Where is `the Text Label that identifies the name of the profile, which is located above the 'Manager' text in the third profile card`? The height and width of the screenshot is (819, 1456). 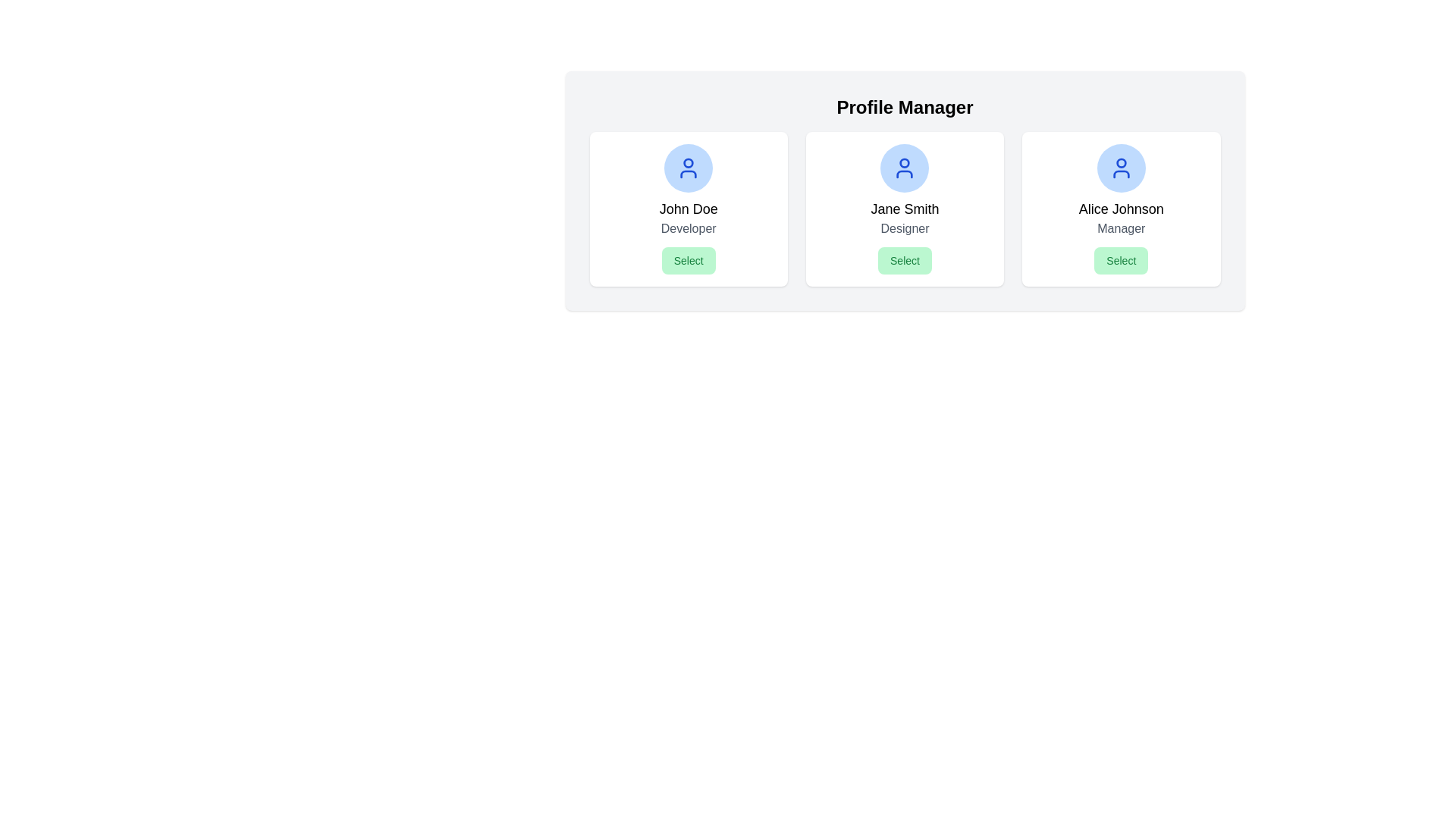 the Text Label that identifies the name of the profile, which is located above the 'Manager' text in the third profile card is located at coordinates (1121, 209).